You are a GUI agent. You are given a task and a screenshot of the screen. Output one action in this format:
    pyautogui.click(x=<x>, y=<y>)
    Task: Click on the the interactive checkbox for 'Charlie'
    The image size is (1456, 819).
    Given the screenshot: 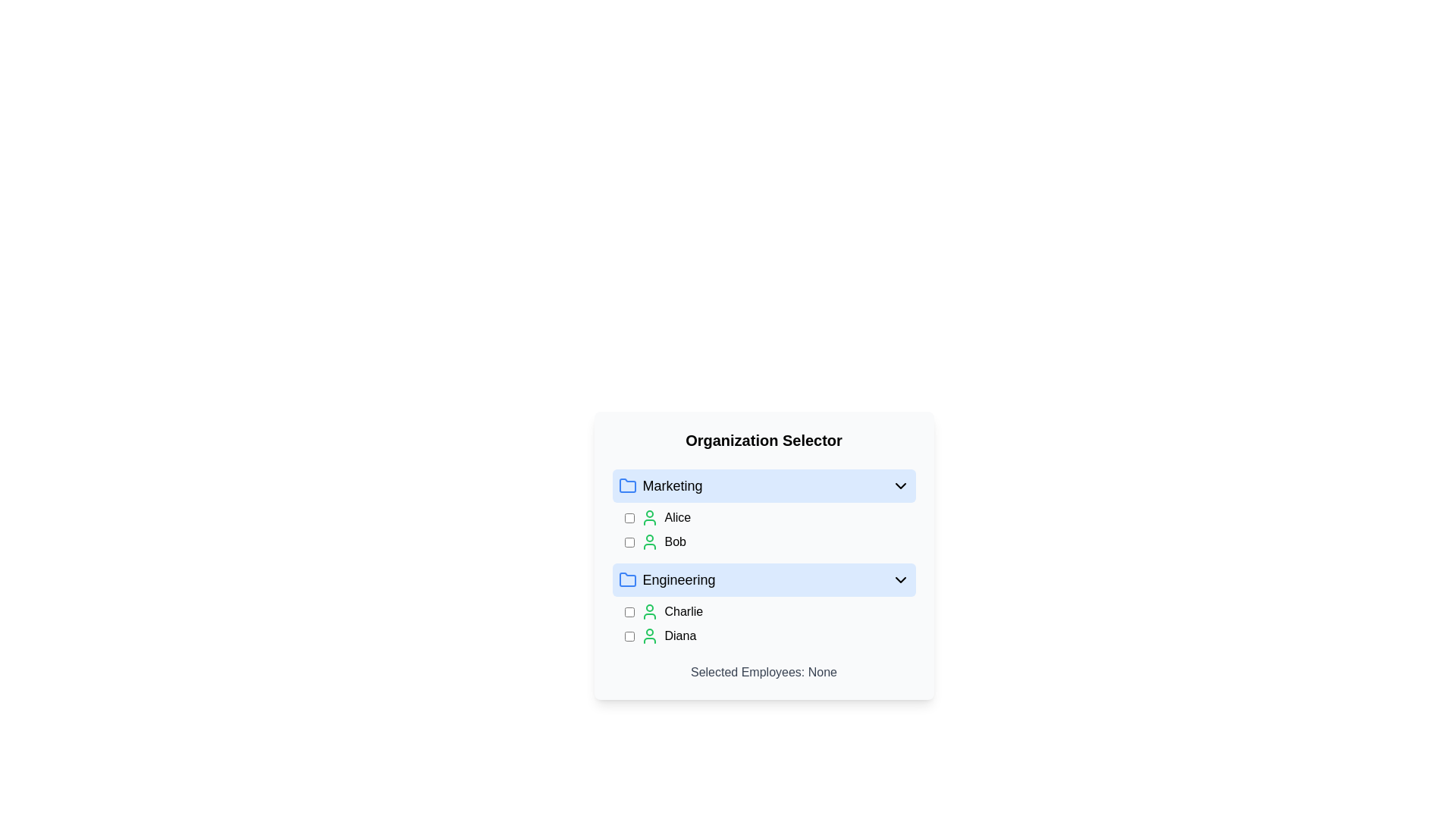 What is the action you would take?
    pyautogui.click(x=629, y=610)
    